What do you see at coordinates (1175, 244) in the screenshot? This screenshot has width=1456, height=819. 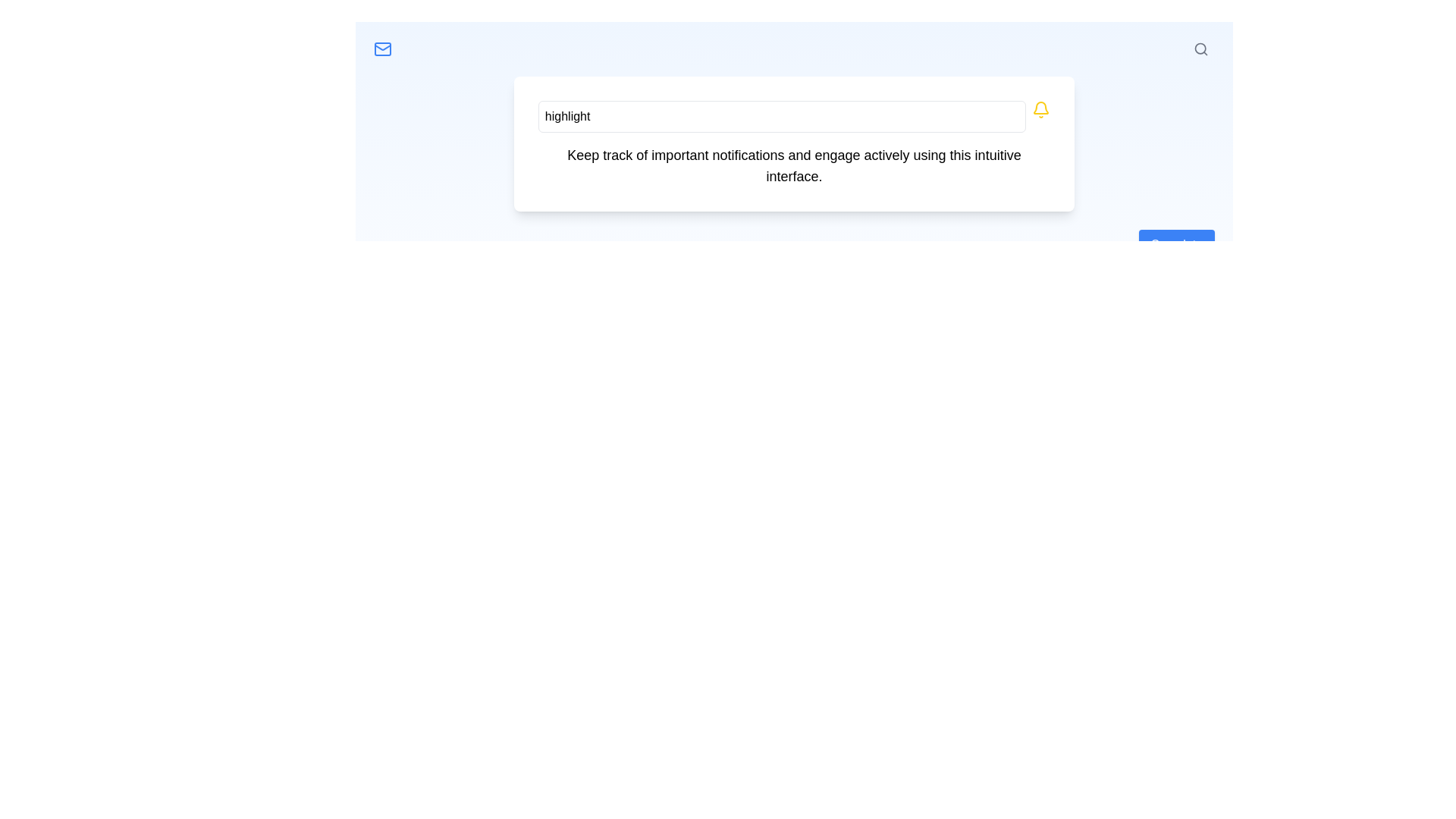 I see `the submission button located in the lower-right section of the visible card to observe any hover-related behavior` at bounding box center [1175, 244].